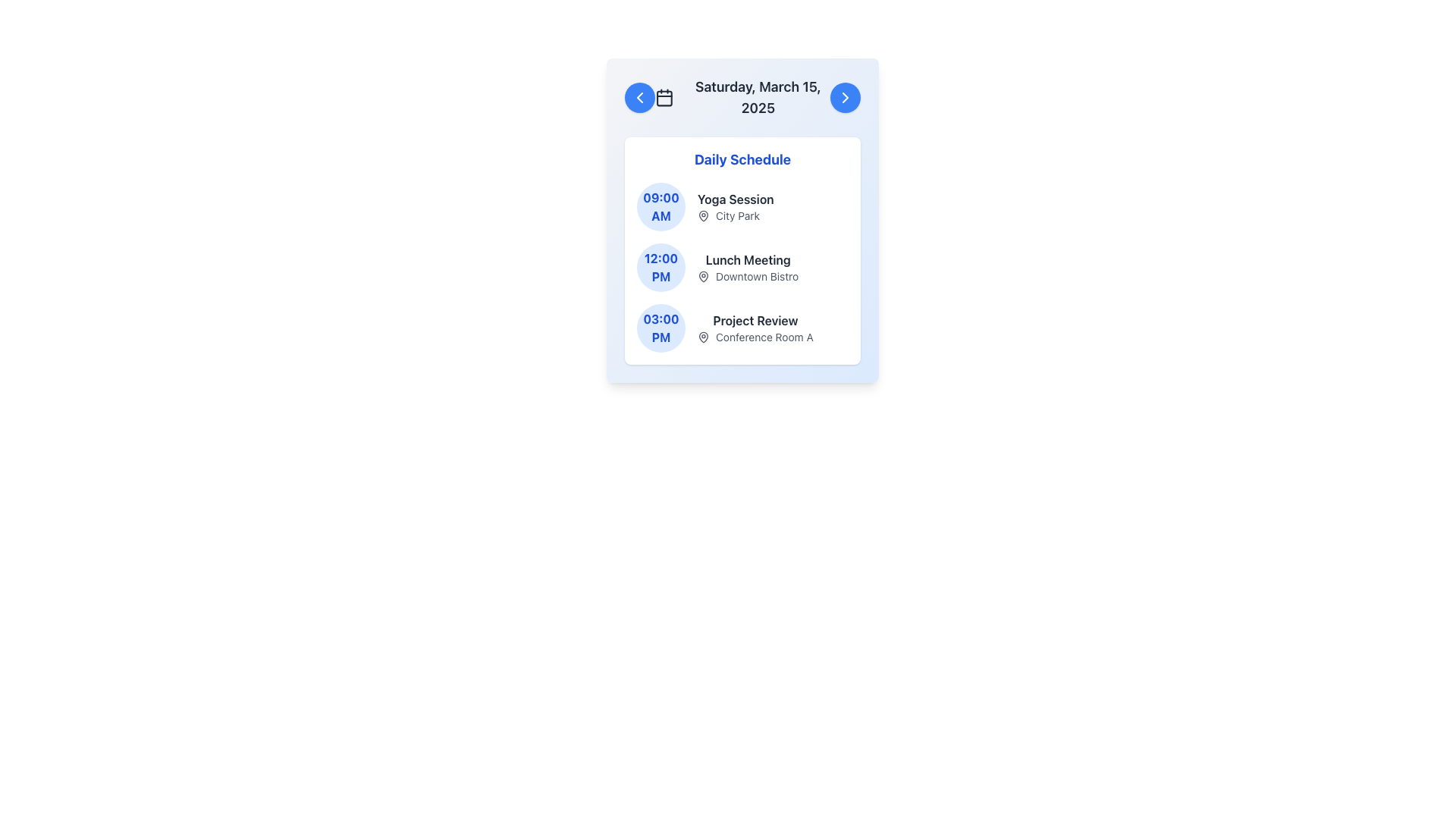  What do you see at coordinates (640, 97) in the screenshot?
I see `the navigation button located in the top-left corner of the modal interface, positioned to the left of the calendar icon and above the schedule content, to trigger the hover effect` at bounding box center [640, 97].